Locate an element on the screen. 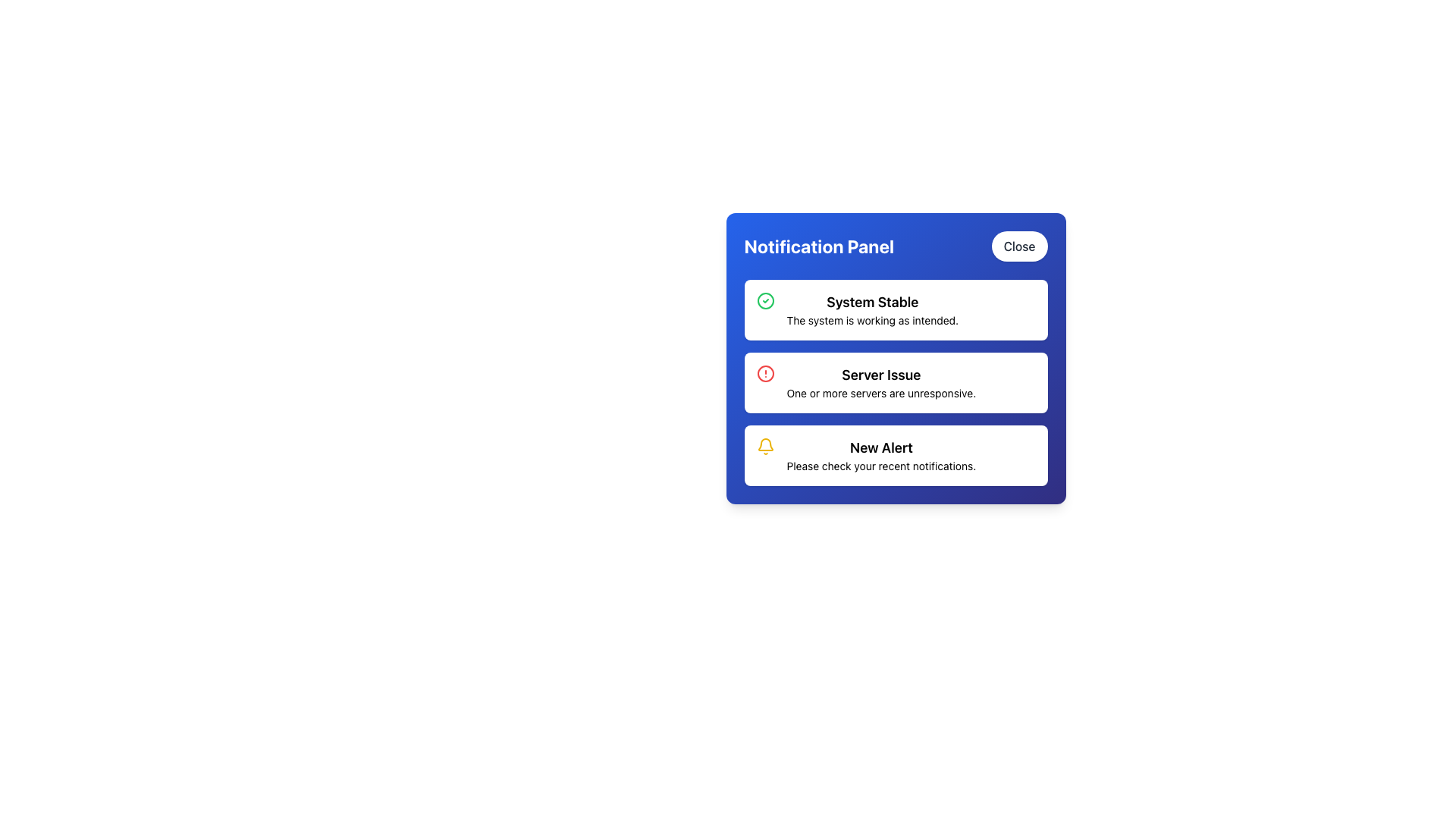  the 'Server Issue' text element, which is bolded and styled in a larger font size, located in the middle section of a notifications panel is located at coordinates (881, 375).